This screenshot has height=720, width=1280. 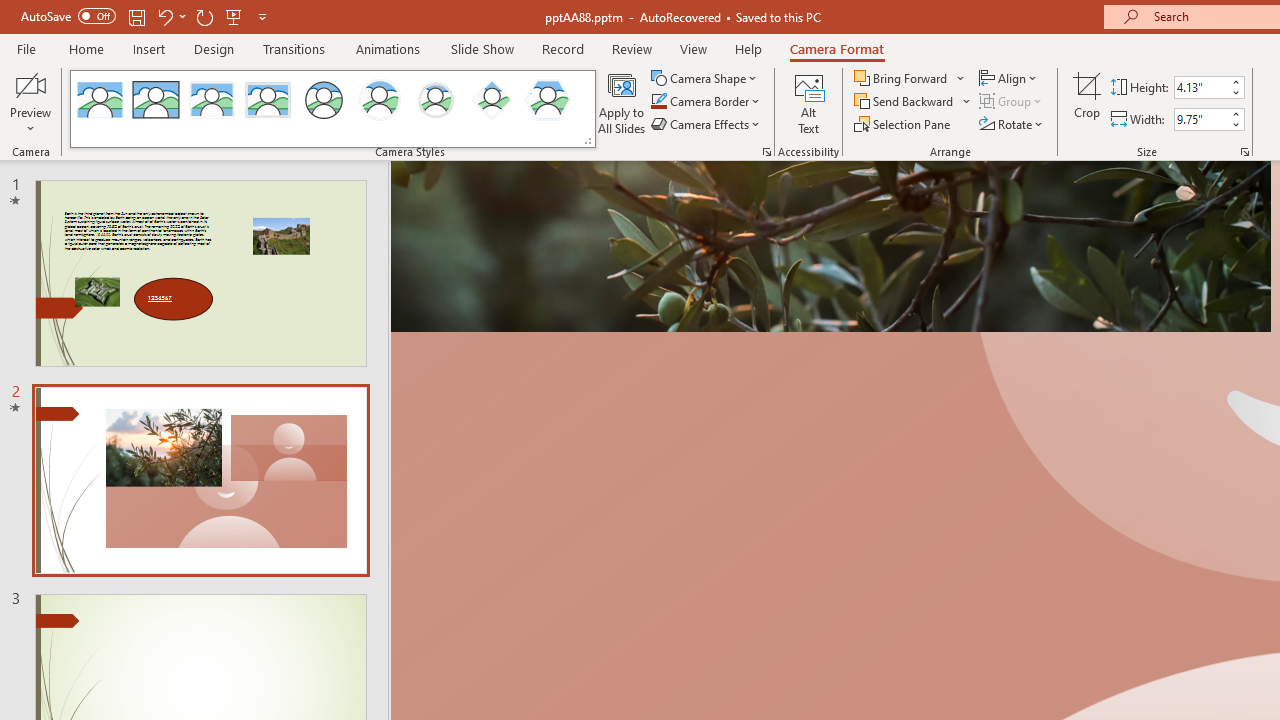 What do you see at coordinates (706, 101) in the screenshot?
I see `'Camera Border'` at bounding box center [706, 101].